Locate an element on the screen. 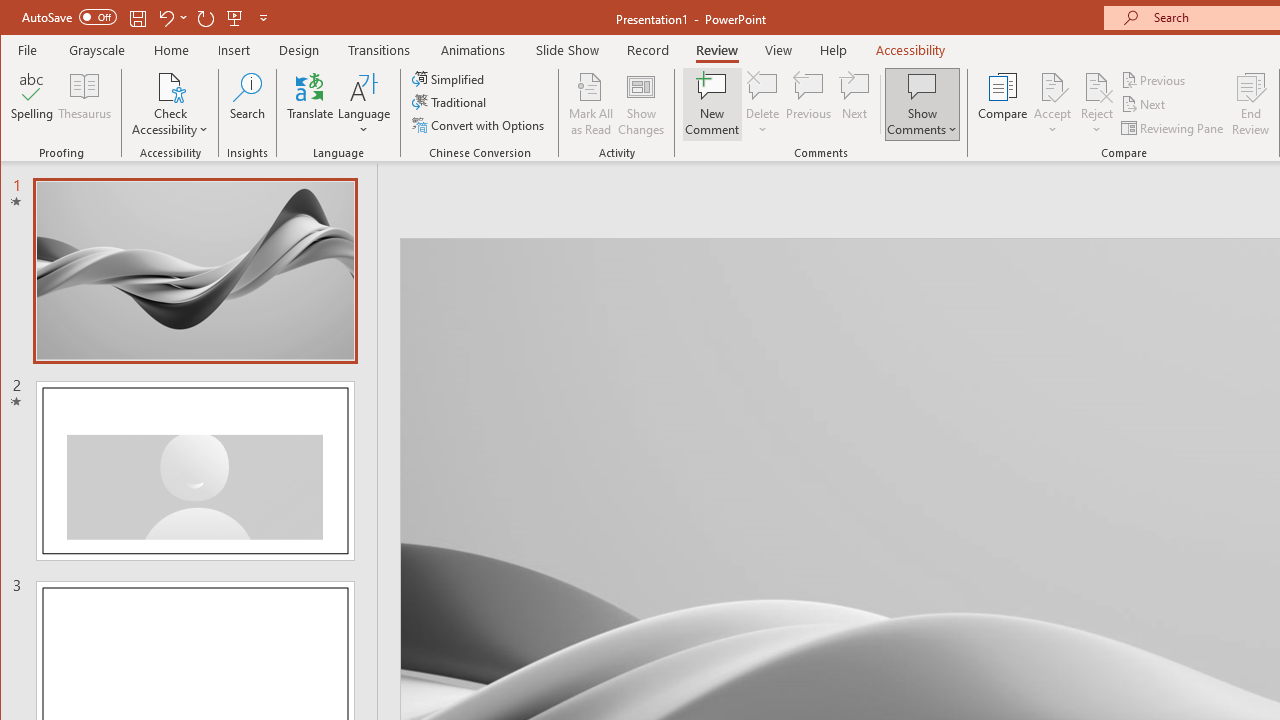 The image size is (1280, 720). 'Reviewing Pane' is located at coordinates (1173, 128).